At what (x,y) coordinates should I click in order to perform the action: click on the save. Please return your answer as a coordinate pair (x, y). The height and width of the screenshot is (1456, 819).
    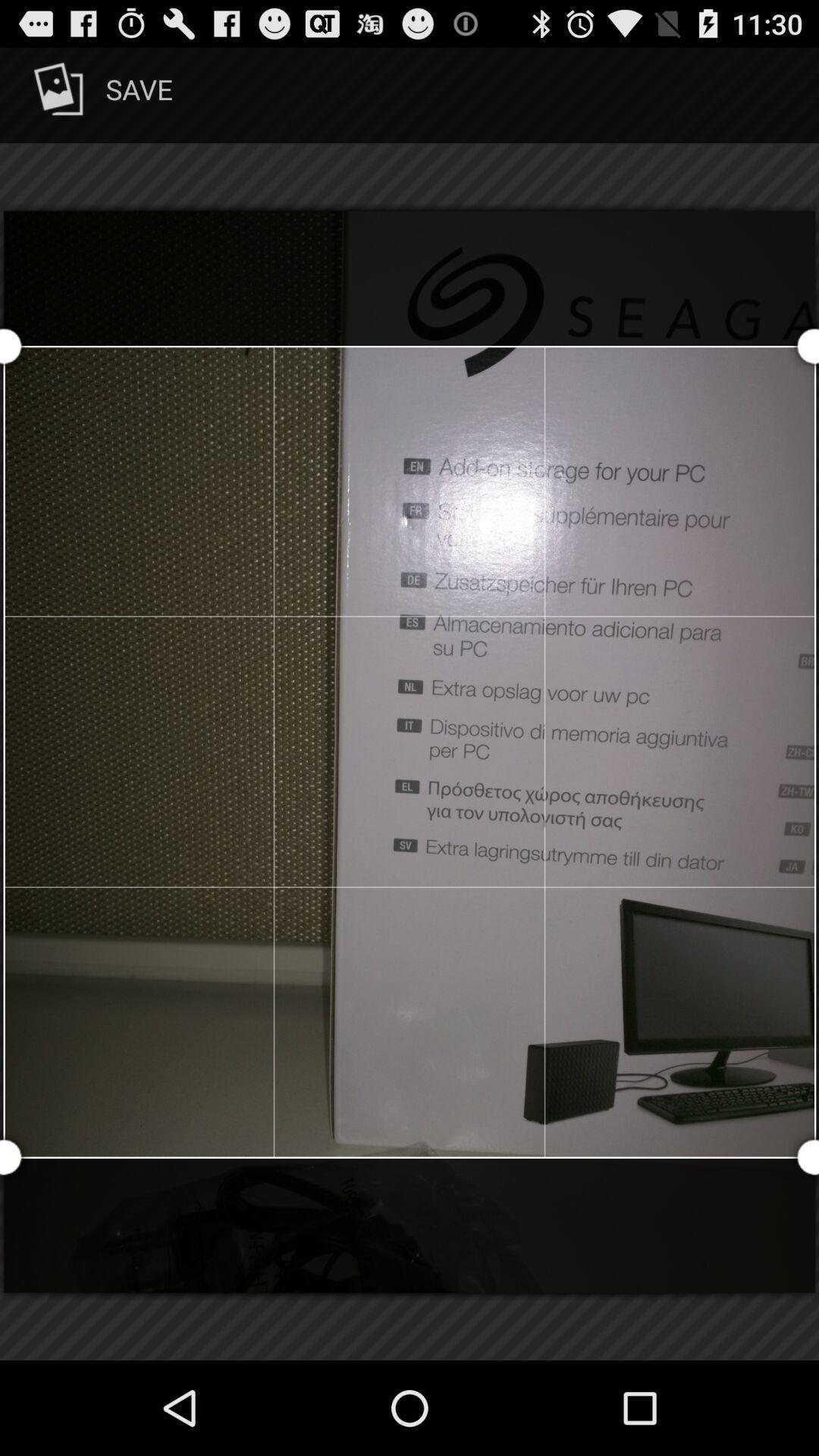
    Looking at the image, I should click on (100, 94).